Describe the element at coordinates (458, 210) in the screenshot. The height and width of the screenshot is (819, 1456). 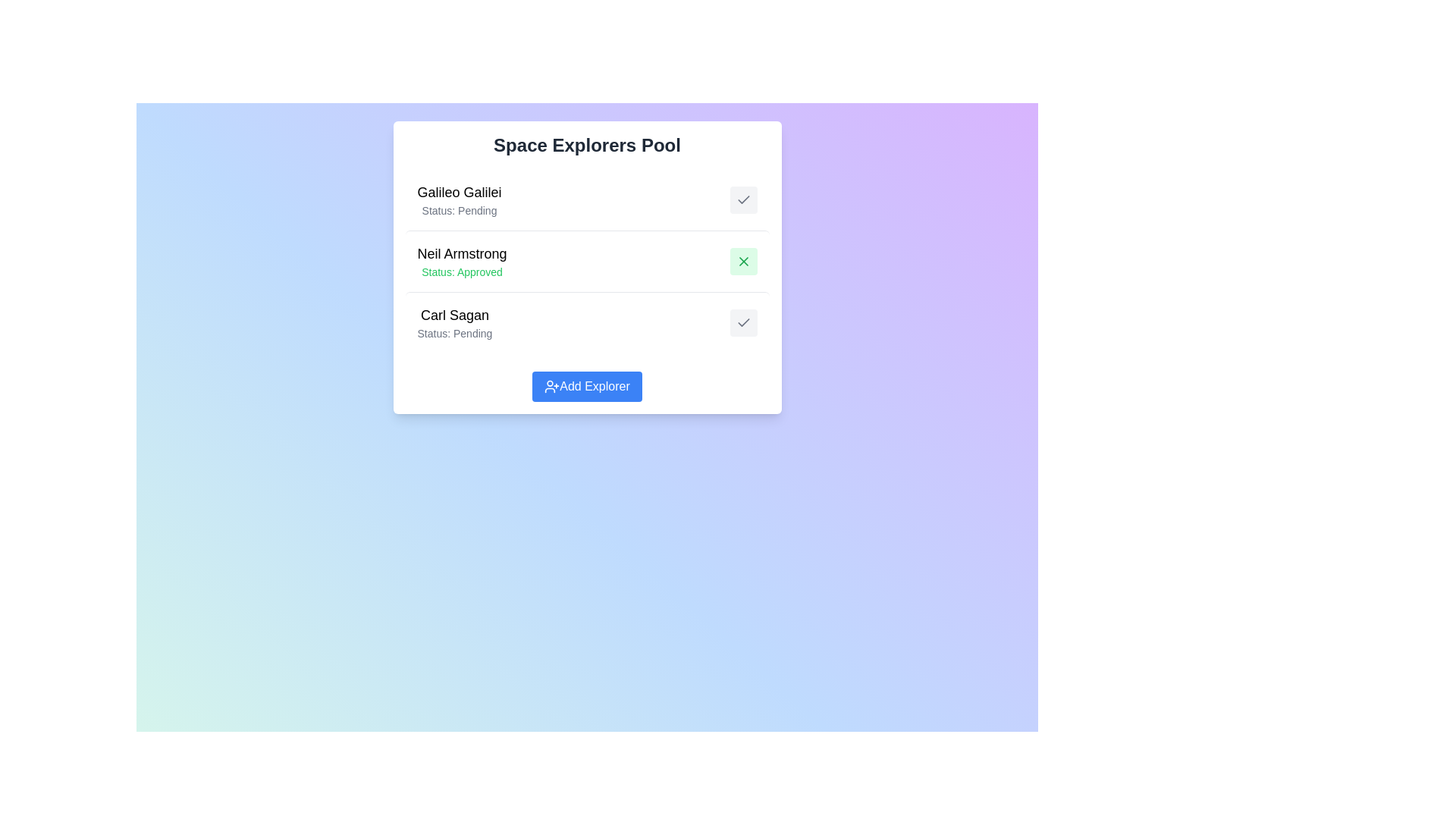
I see `the informational Text Label displaying the status 'Pending' for the individual 'Galileo Galilei', which is located under the heading 'Space Explorers Pool'` at that location.